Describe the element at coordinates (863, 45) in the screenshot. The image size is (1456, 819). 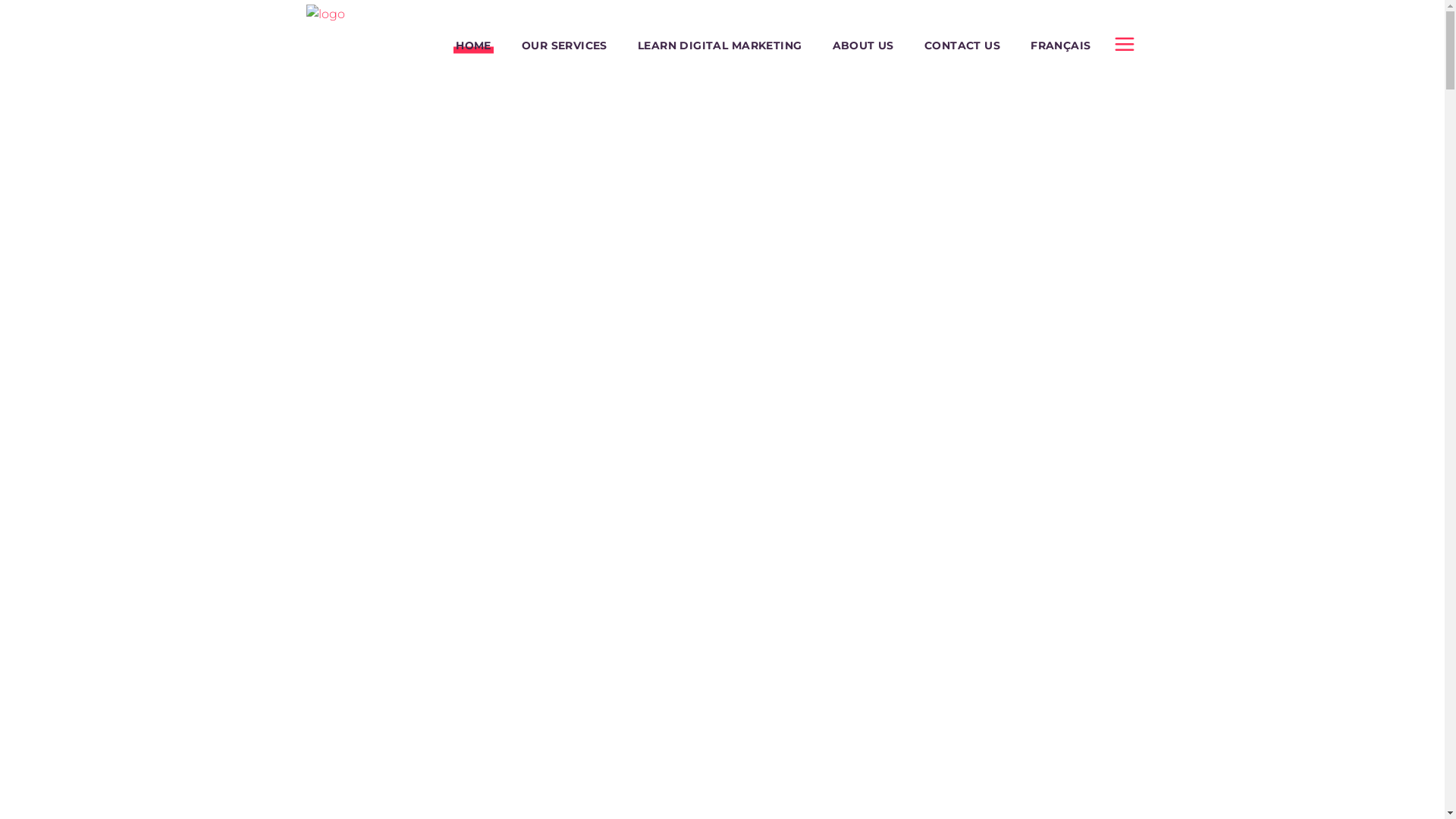
I see `'ABOUT US'` at that location.